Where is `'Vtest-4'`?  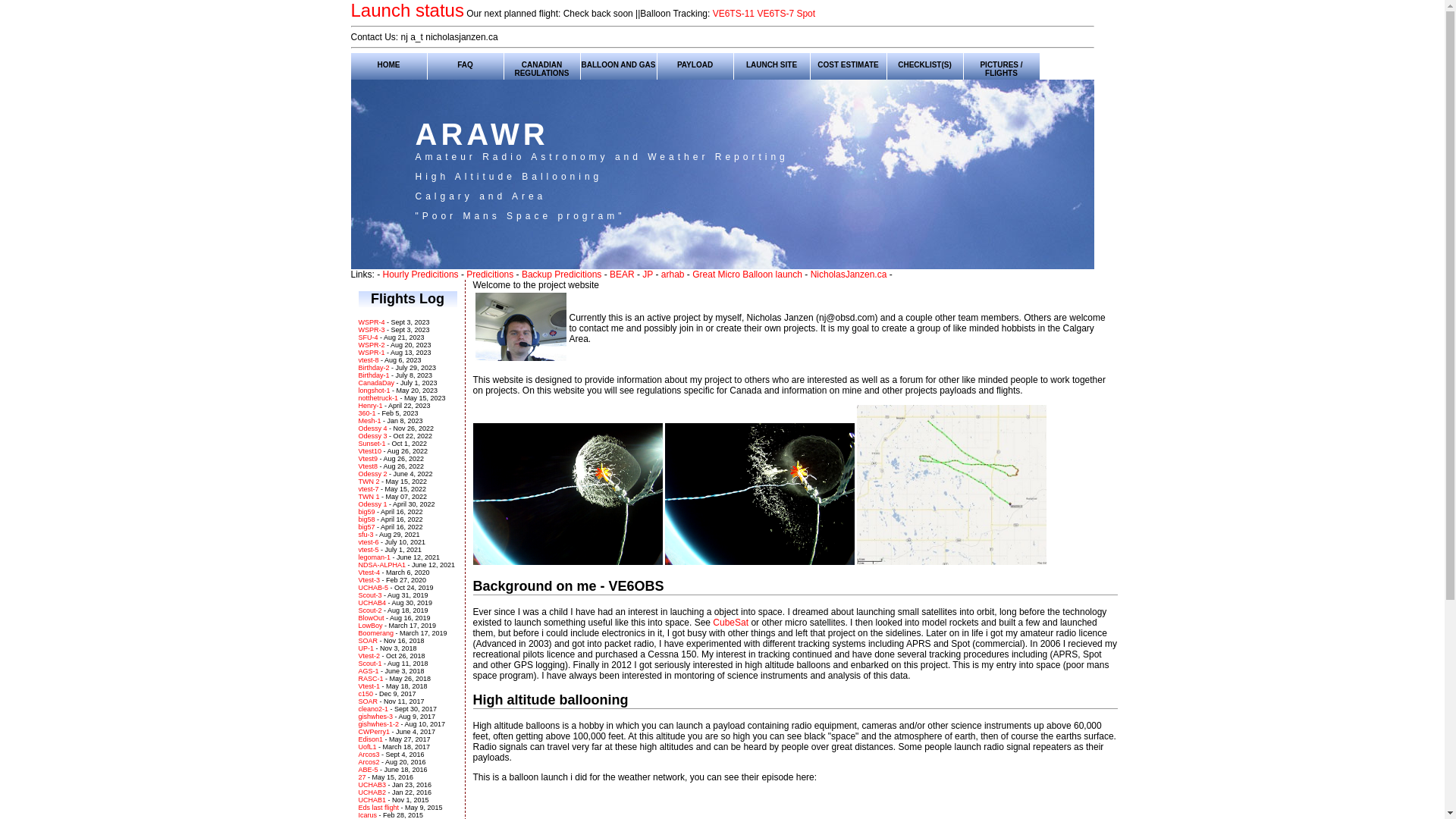
'Vtest-4' is located at coordinates (356, 573).